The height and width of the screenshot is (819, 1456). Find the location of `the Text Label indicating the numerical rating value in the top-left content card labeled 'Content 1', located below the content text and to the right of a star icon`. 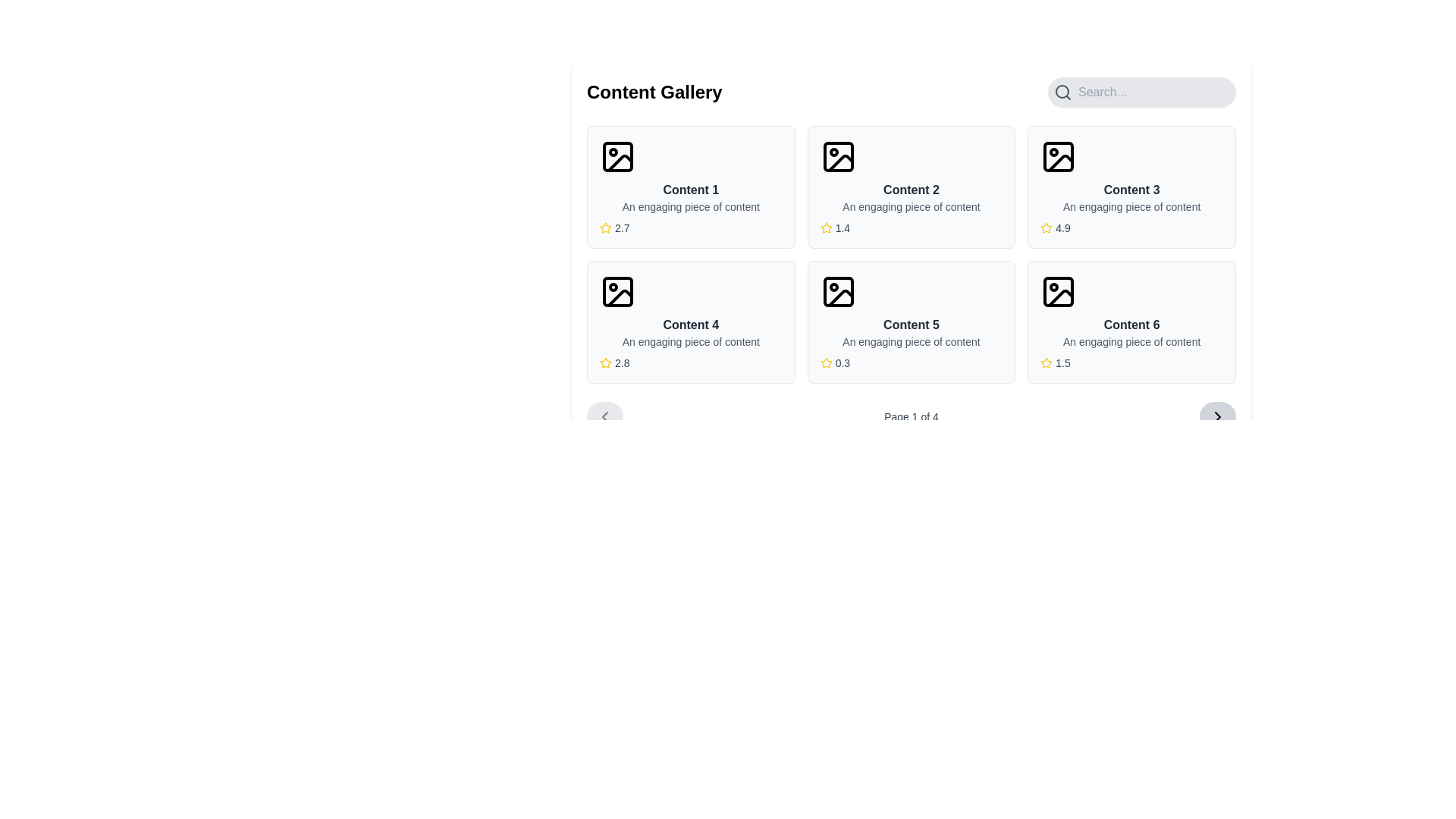

the Text Label indicating the numerical rating value in the top-left content card labeled 'Content 1', located below the content text and to the right of a star icon is located at coordinates (622, 227).